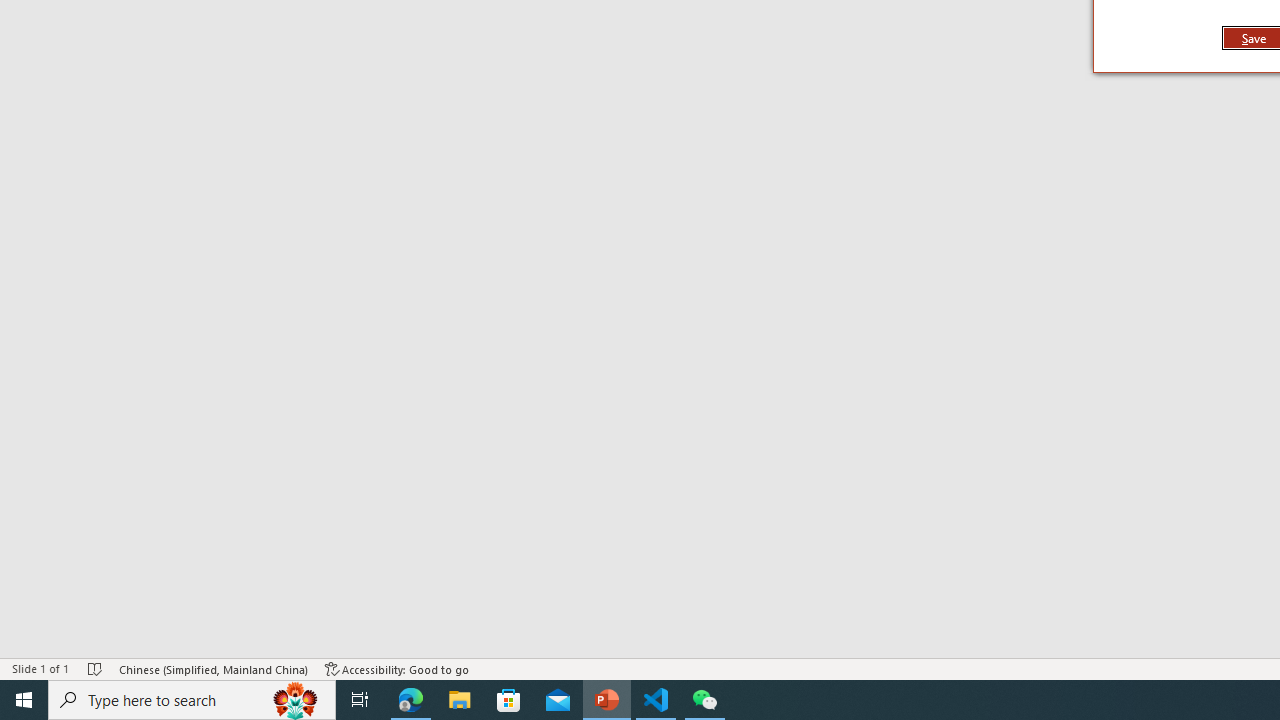 Image resolution: width=1280 pixels, height=720 pixels. Describe the element at coordinates (410, 698) in the screenshot. I see `'Microsoft Edge - 1 running window'` at that location.